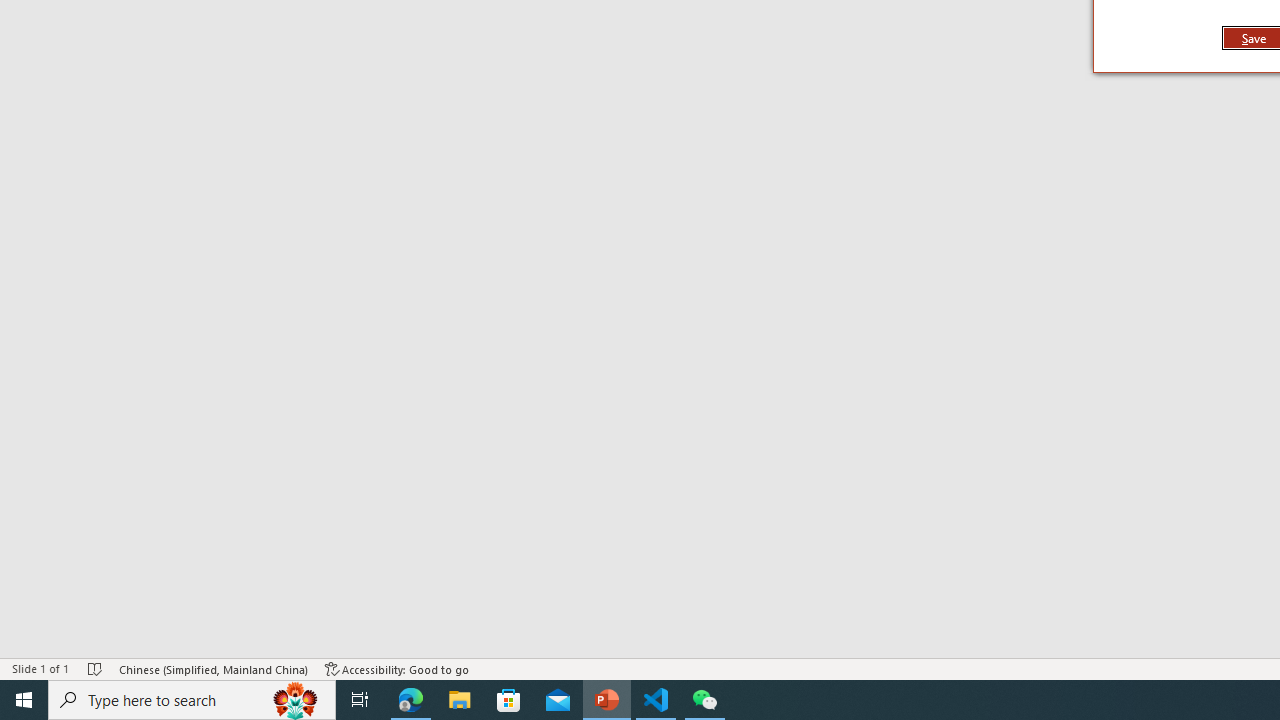 Image resolution: width=1280 pixels, height=720 pixels. Describe the element at coordinates (410, 698) in the screenshot. I see `'Microsoft Edge - 1 running window'` at that location.